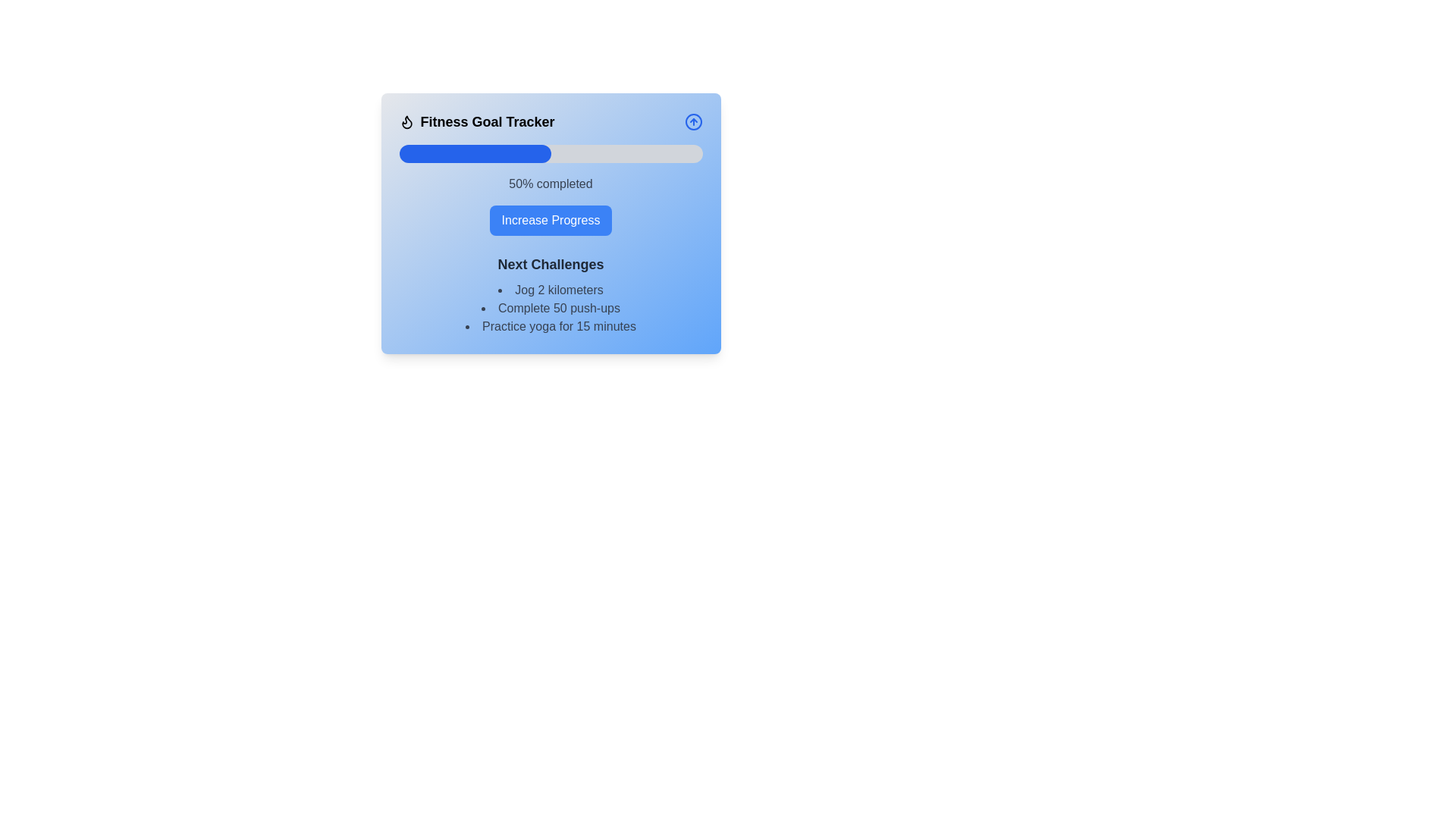 This screenshot has width=1456, height=819. Describe the element at coordinates (550, 290) in the screenshot. I see `text label that informs the user about the specific fitness challenge, which is the first item in the list under the 'Next Challenges' heading` at that location.